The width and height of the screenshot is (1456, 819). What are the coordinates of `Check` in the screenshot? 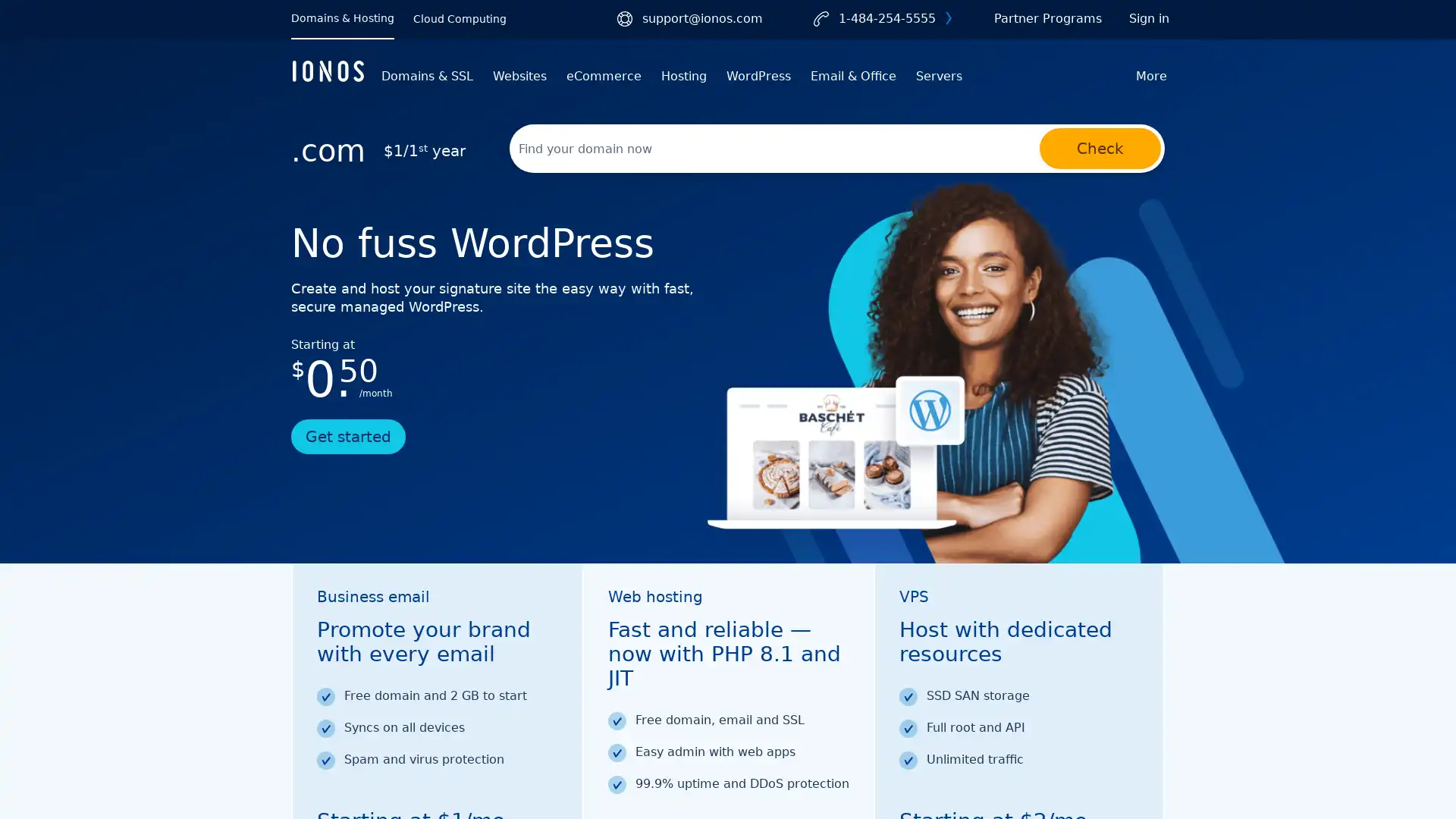 It's located at (1100, 149).